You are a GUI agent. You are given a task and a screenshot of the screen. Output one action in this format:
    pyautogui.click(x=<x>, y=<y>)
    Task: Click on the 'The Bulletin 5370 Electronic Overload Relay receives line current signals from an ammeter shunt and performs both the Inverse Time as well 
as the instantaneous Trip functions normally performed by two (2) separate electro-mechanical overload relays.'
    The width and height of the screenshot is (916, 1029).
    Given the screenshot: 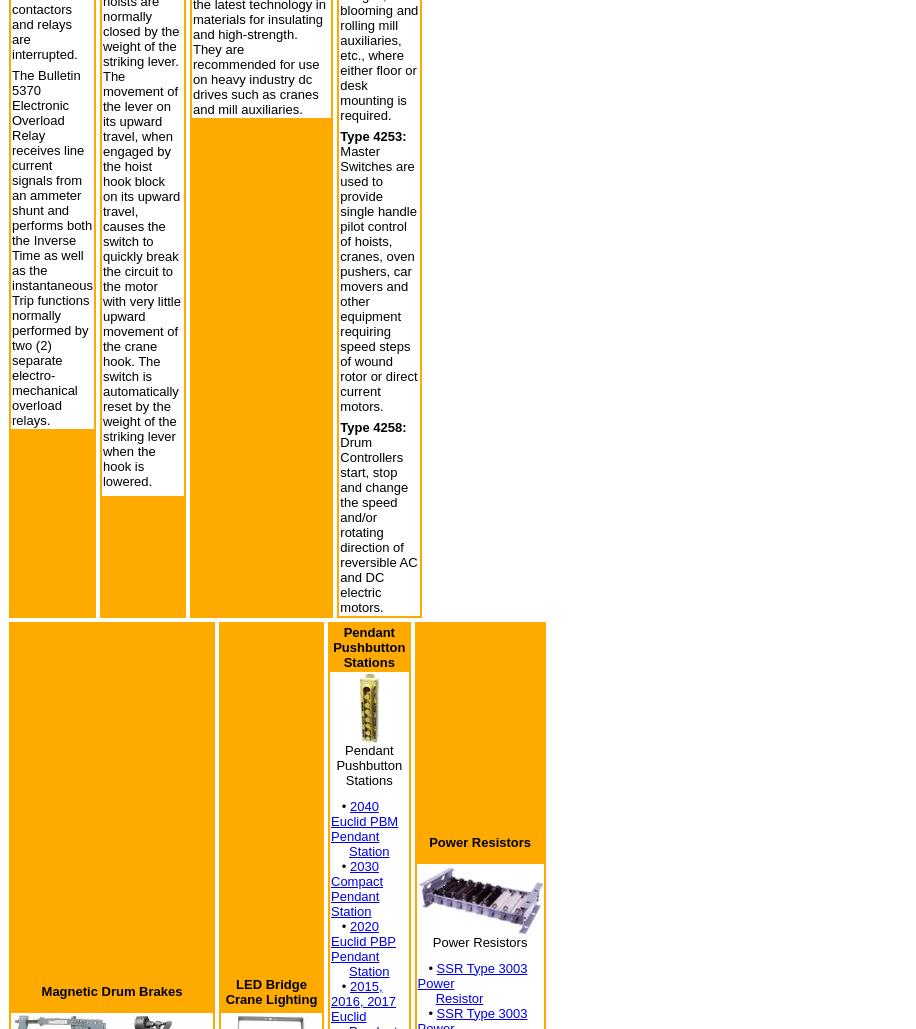 What is the action you would take?
    pyautogui.click(x=52, y=245)
    